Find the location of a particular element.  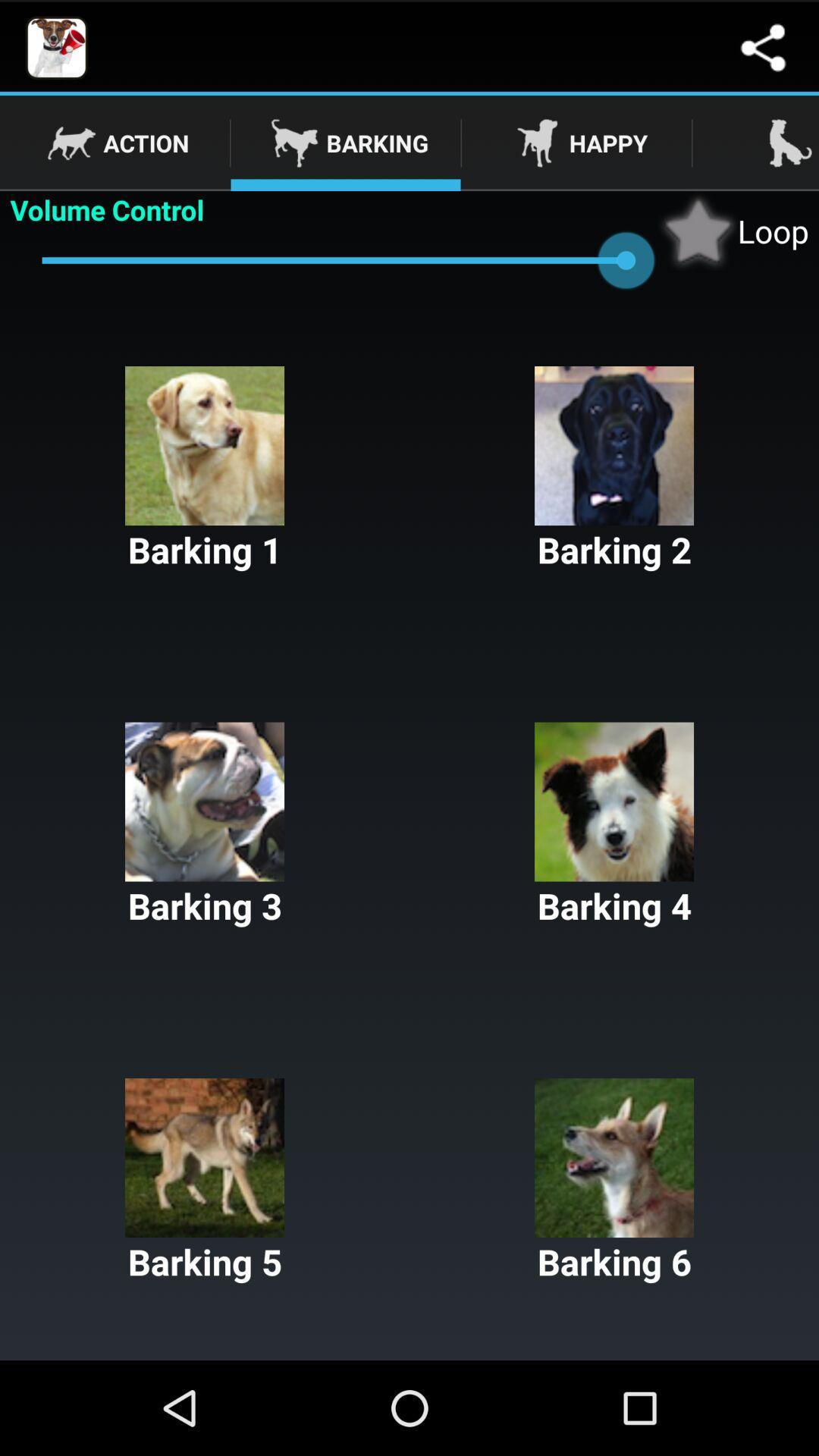

item on the left is located at coordinates (205, 825).